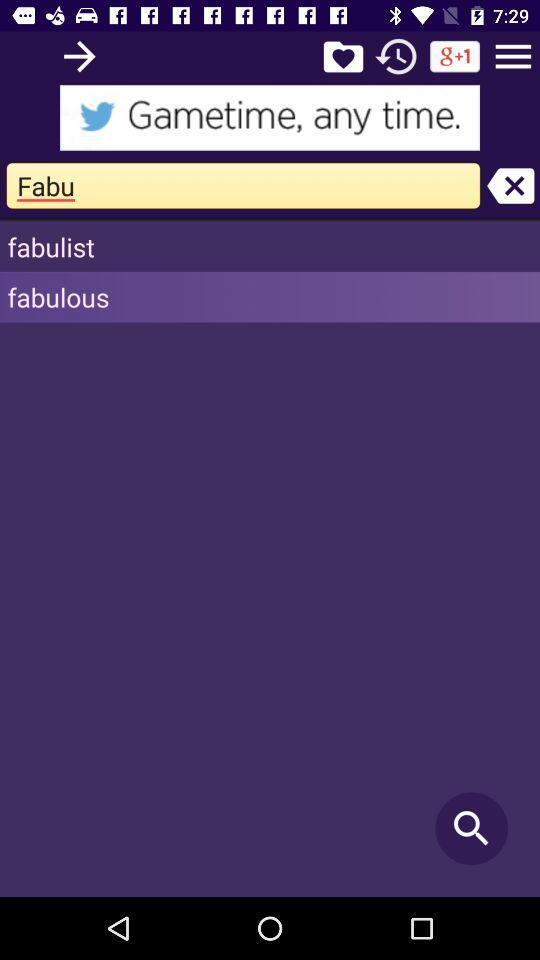 The image size is (540, 960). What do you see at coordinates (510, 185) in the screenshot?
I see `cancel search` at bounding box center [510, 185].